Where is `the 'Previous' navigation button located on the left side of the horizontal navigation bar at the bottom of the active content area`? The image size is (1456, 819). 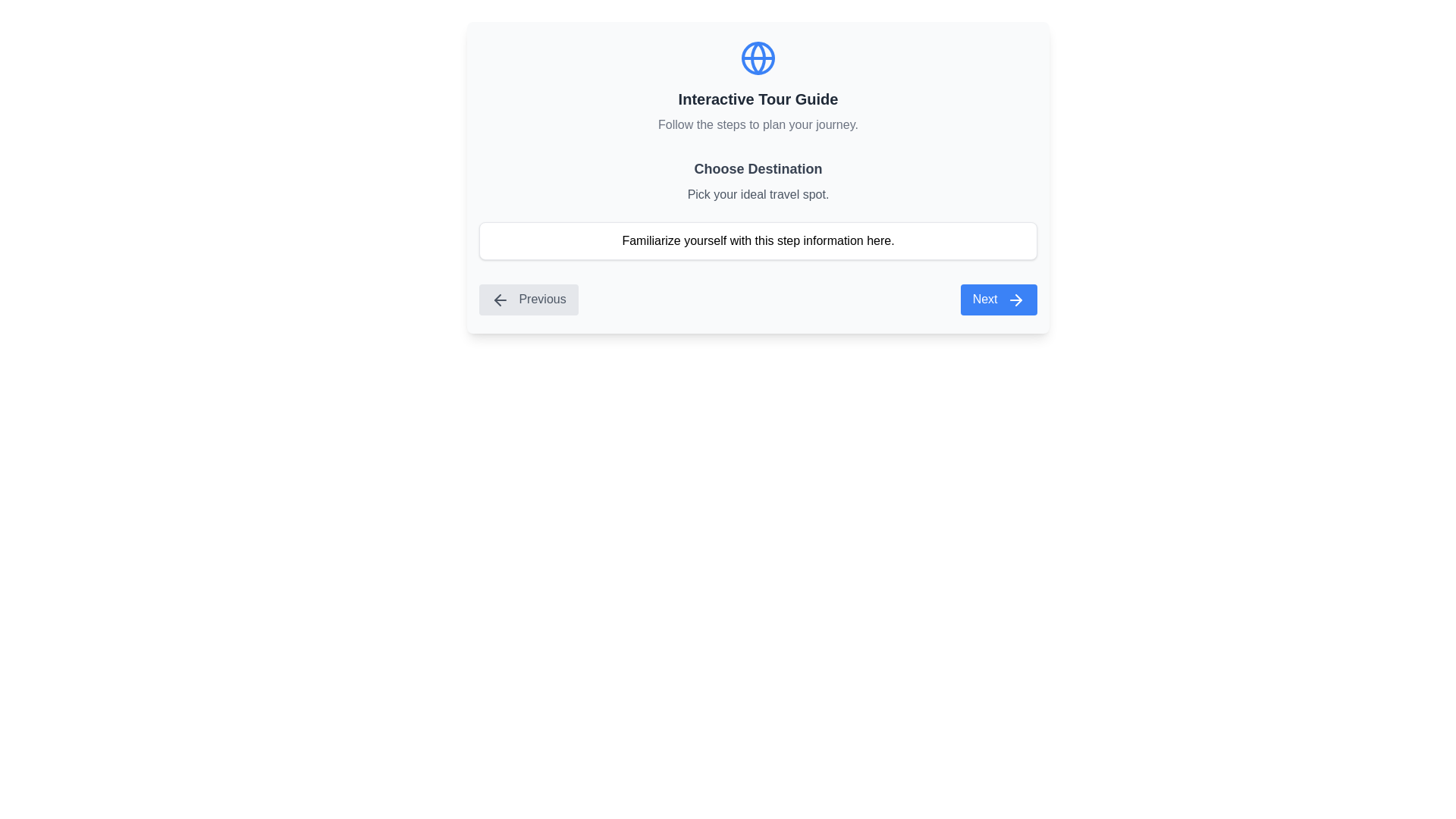 the 'Previous' navigation button located on the left side of the horizontal navigation bar at the bottom of the active content area is located at coordinates (529, 300).